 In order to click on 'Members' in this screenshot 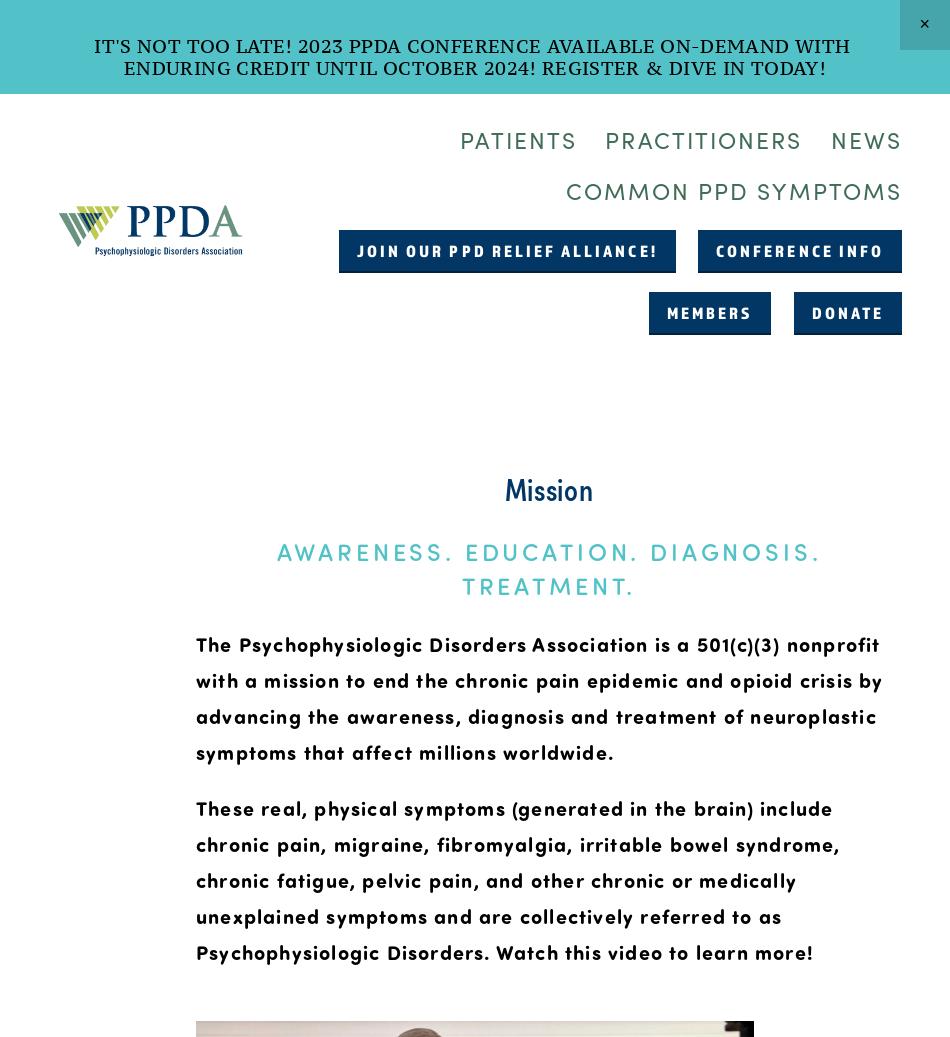, I will do `click(709, 310)`.